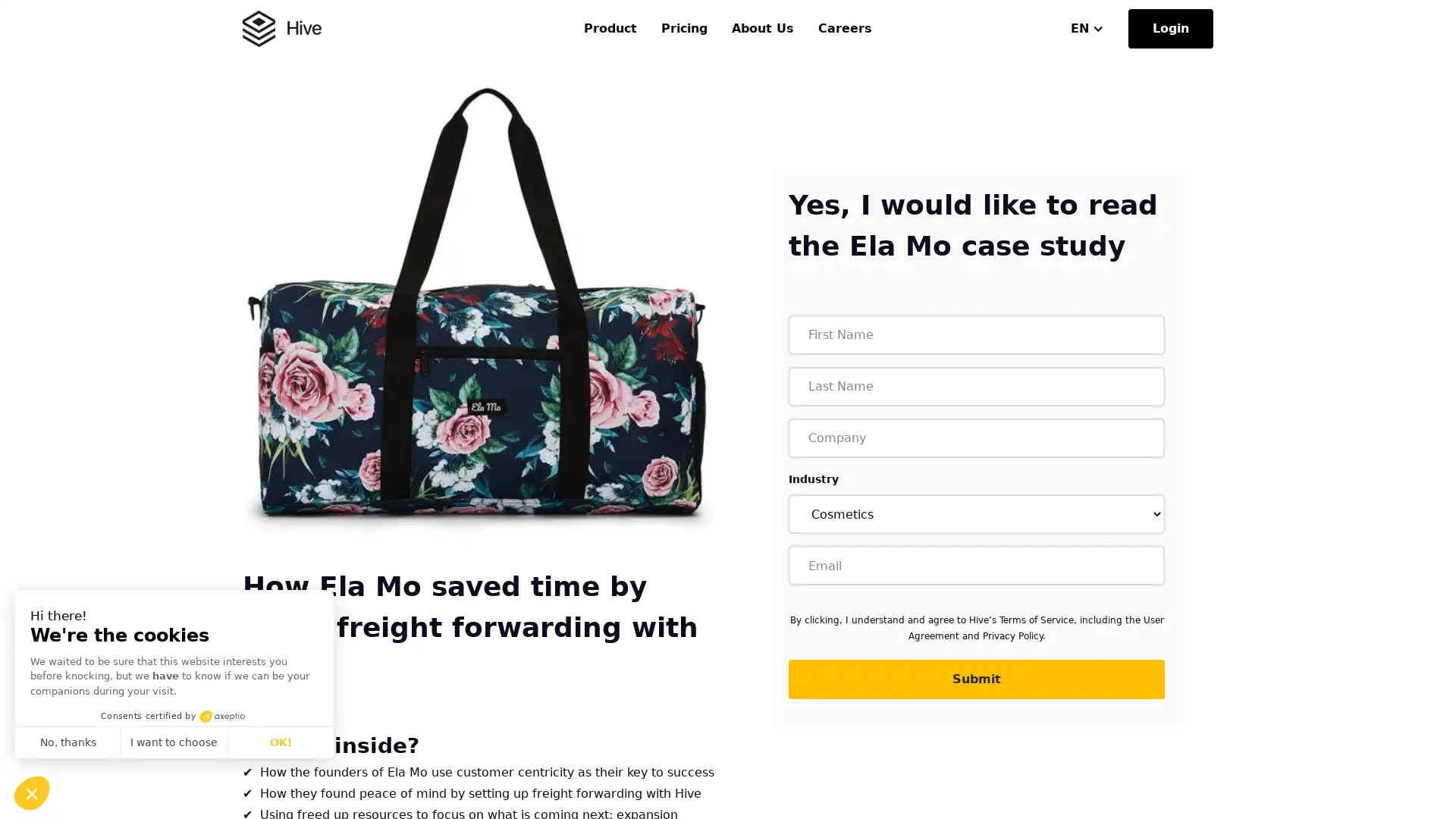 The height and width of the screenshot is (819, 1456). Describe the element at coordinates (280, 742) in the screenshot. I see `OK!` at that location.